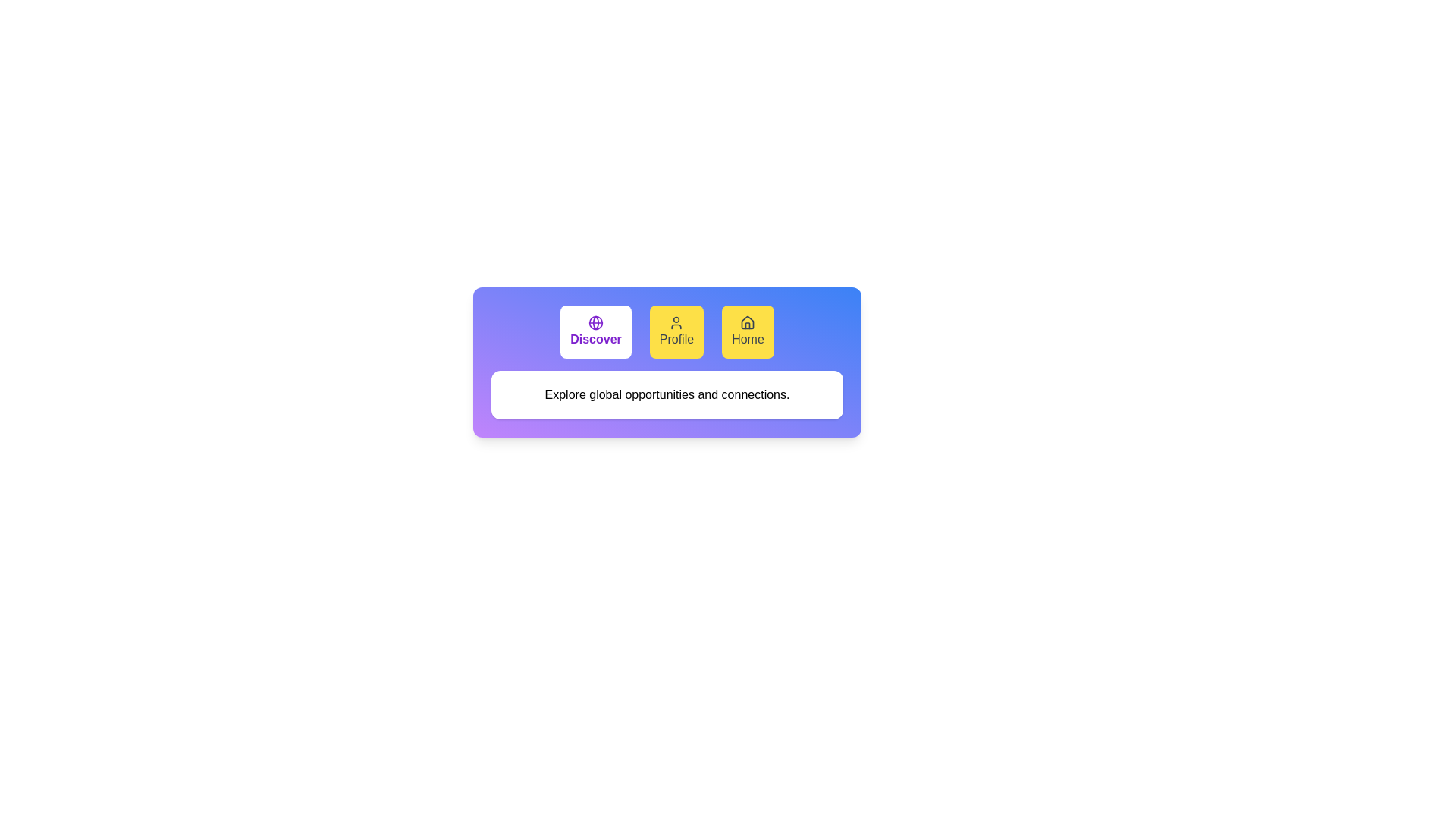 This screenshot has width=1456, height=819. I want to click on the 'Discover' icon, which is the first card in the horizontal stack of cards at the top left of the interface, indicating its functionality for exploring global content, so click(595, 322).